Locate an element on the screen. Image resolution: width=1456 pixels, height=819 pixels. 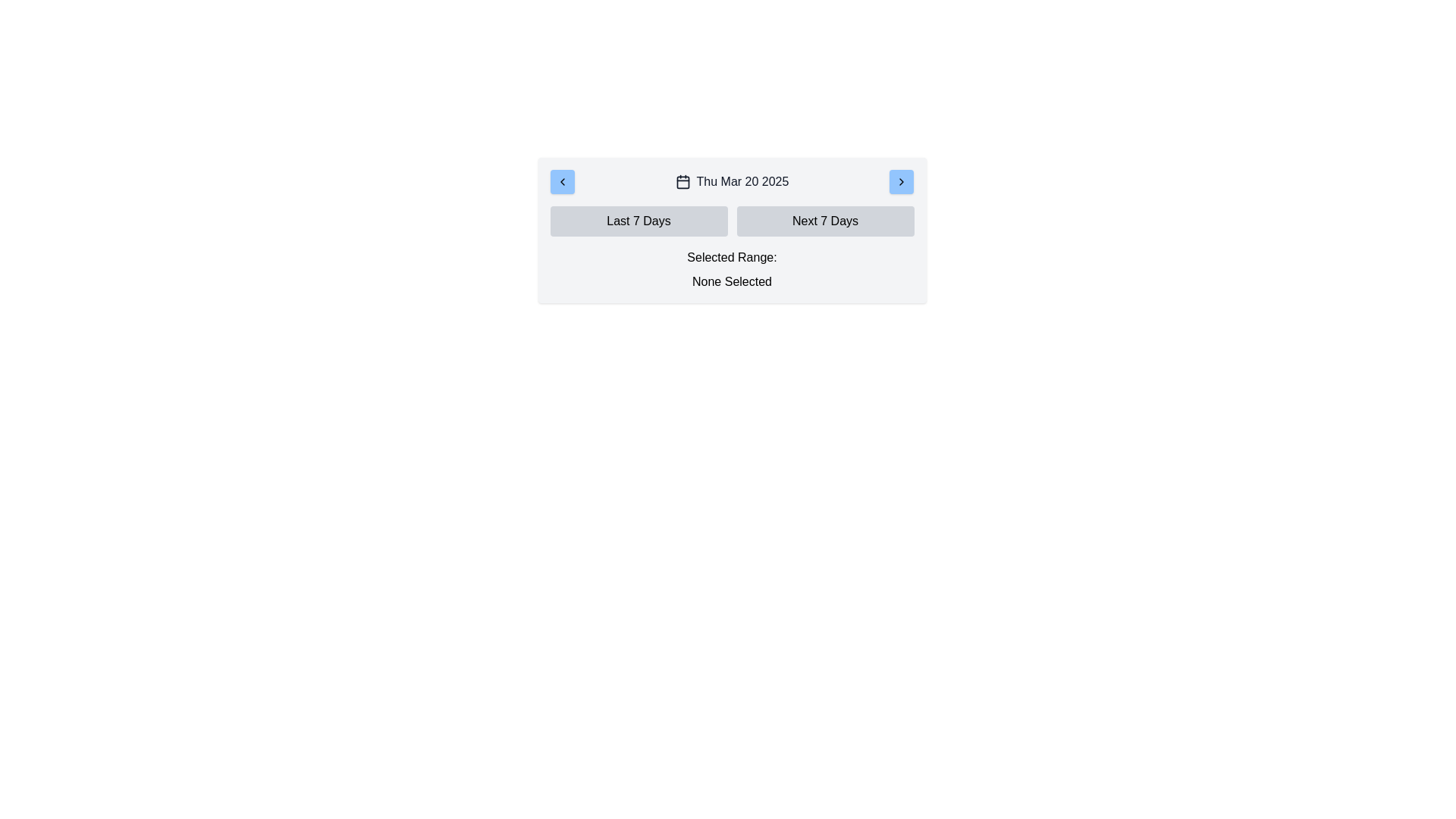
the Text Display Area that displays the state of a selected range, which shows 'None Selected' when no range is selected is located at coordinates (732, 268).